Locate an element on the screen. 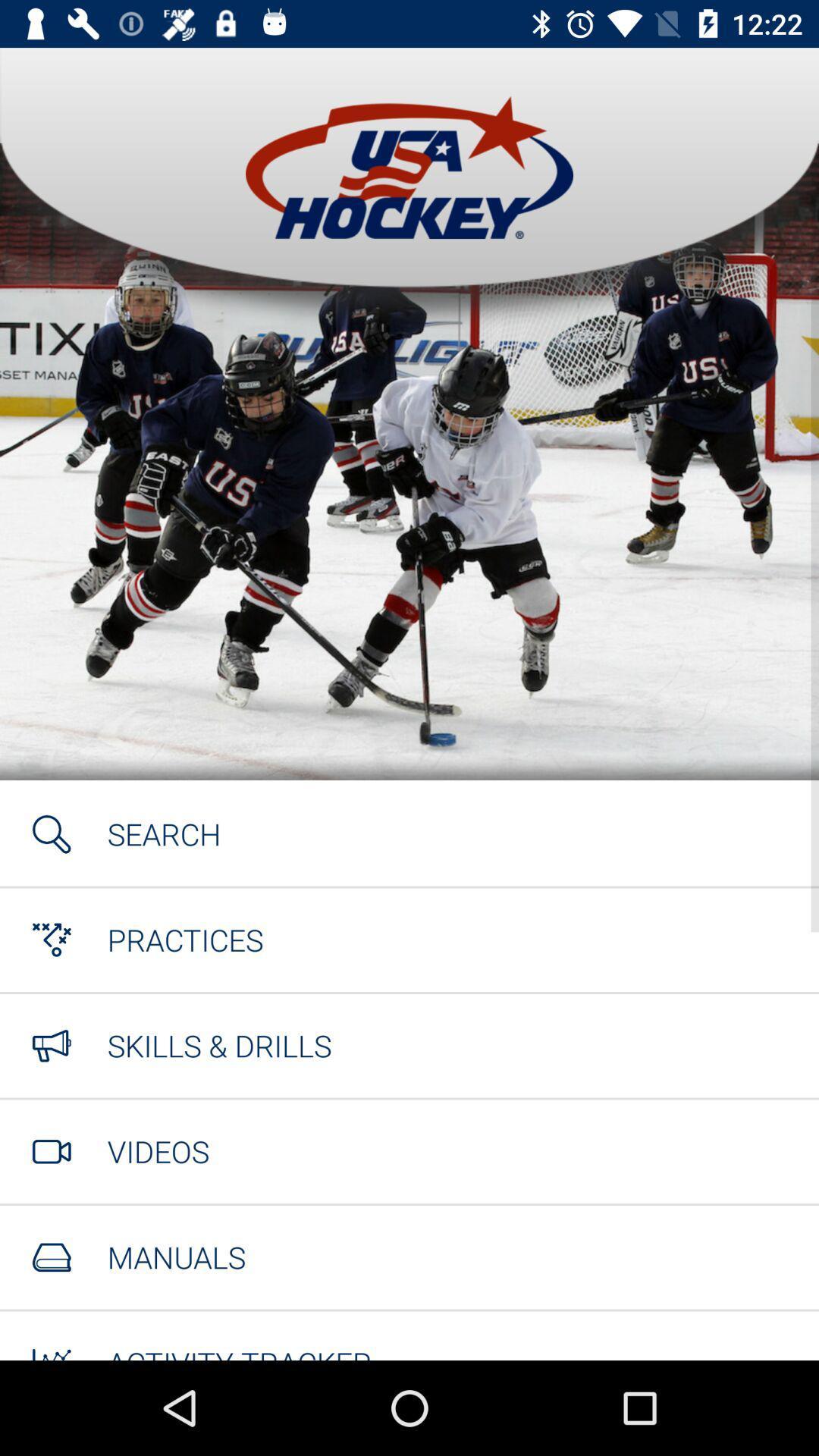 This screenshot has width=819, height=1456. item above skills & drills item is located at coordinates (184, 939).